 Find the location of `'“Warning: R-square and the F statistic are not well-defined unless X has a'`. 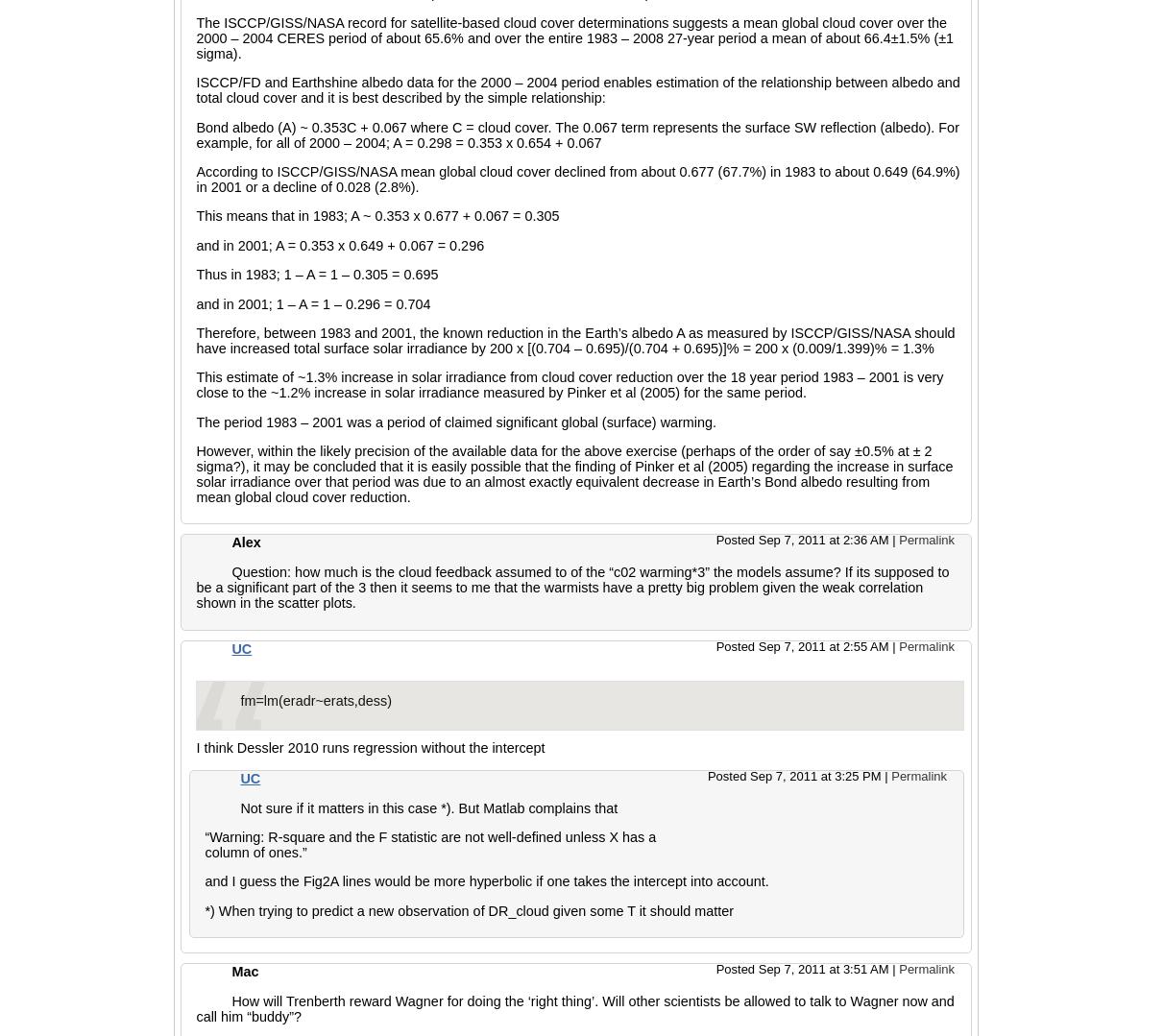

'“Warning: R-square and the F statistic are not well-defined unless X has a' is located at coordinates (429, 837).